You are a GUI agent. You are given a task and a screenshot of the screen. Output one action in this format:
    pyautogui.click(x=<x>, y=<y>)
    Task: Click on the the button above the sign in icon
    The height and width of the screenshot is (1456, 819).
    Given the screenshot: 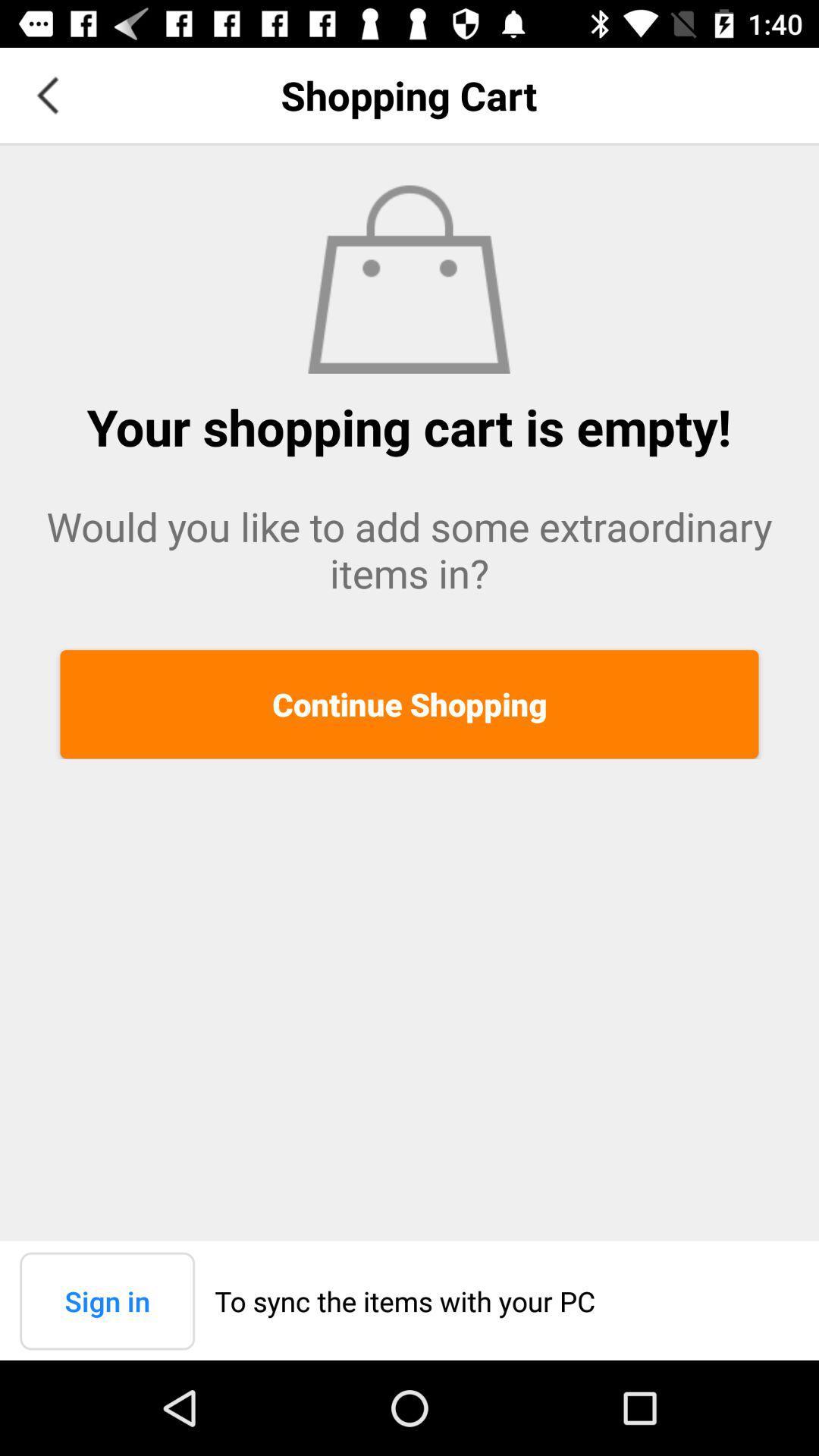 What is the action you would take?
    pyautogui.click(x=409, y=703)
    